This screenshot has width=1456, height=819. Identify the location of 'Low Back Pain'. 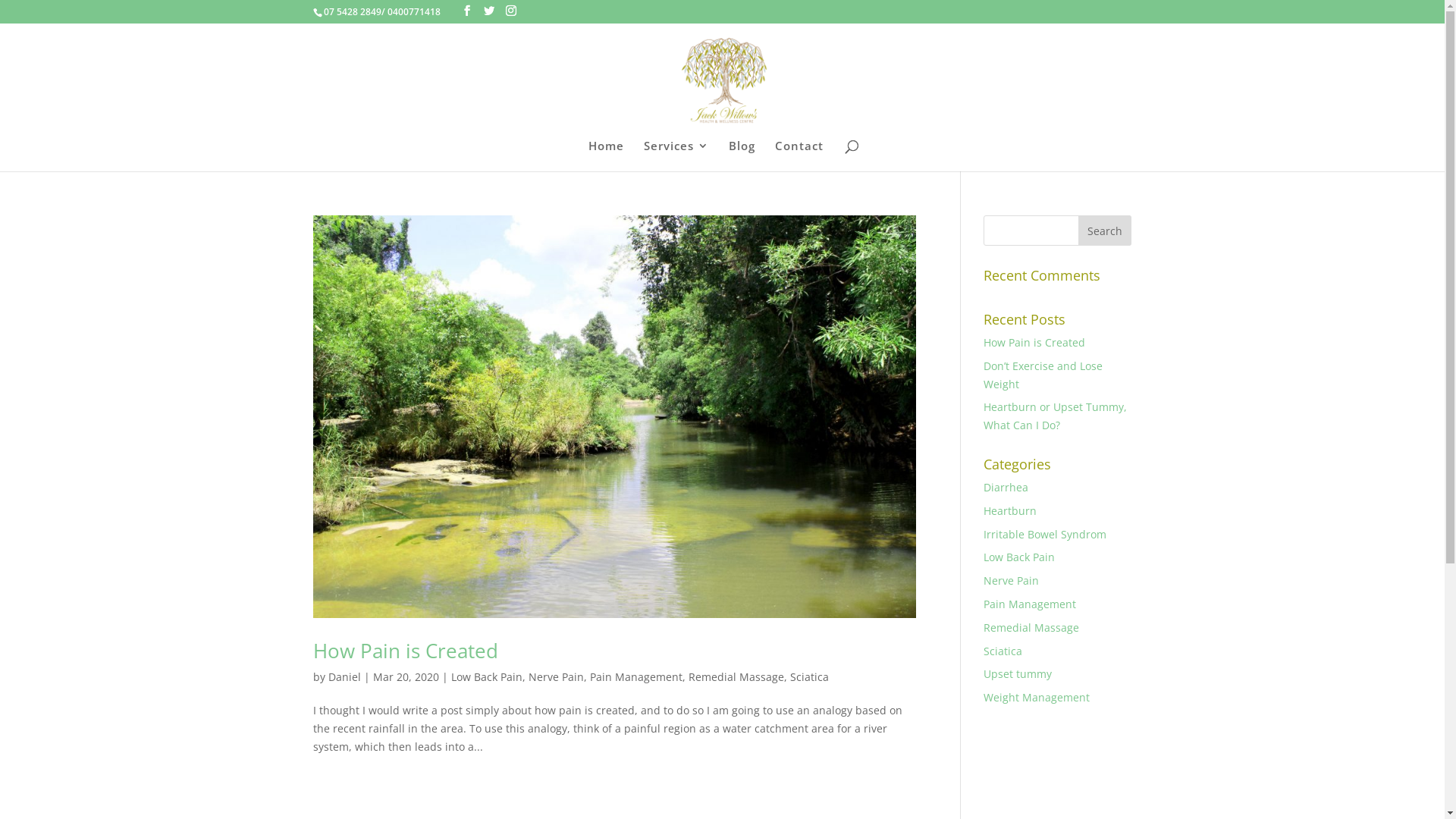
(1019, 557).